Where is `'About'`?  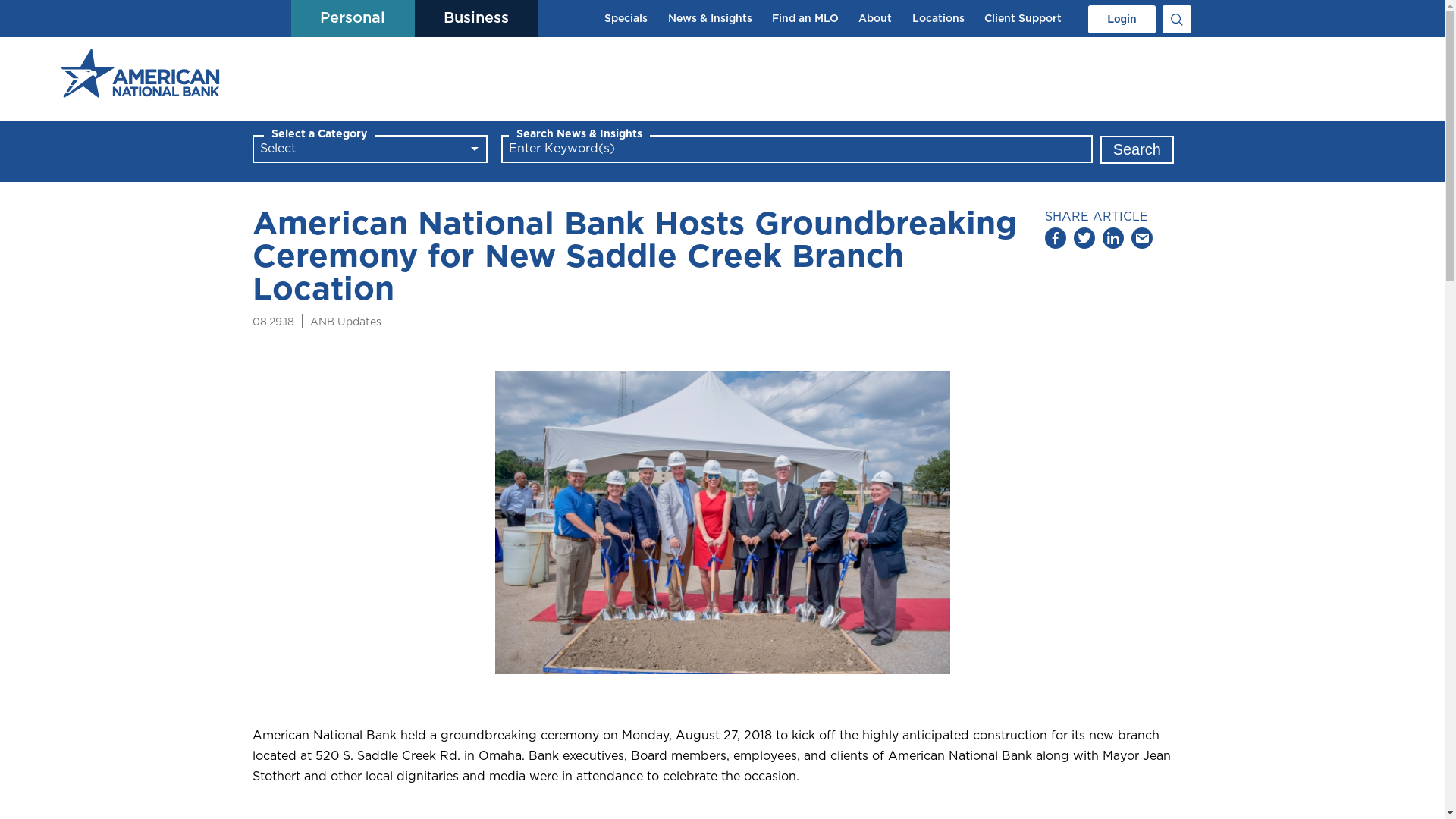
'About' is located at coordinates (874, 17).